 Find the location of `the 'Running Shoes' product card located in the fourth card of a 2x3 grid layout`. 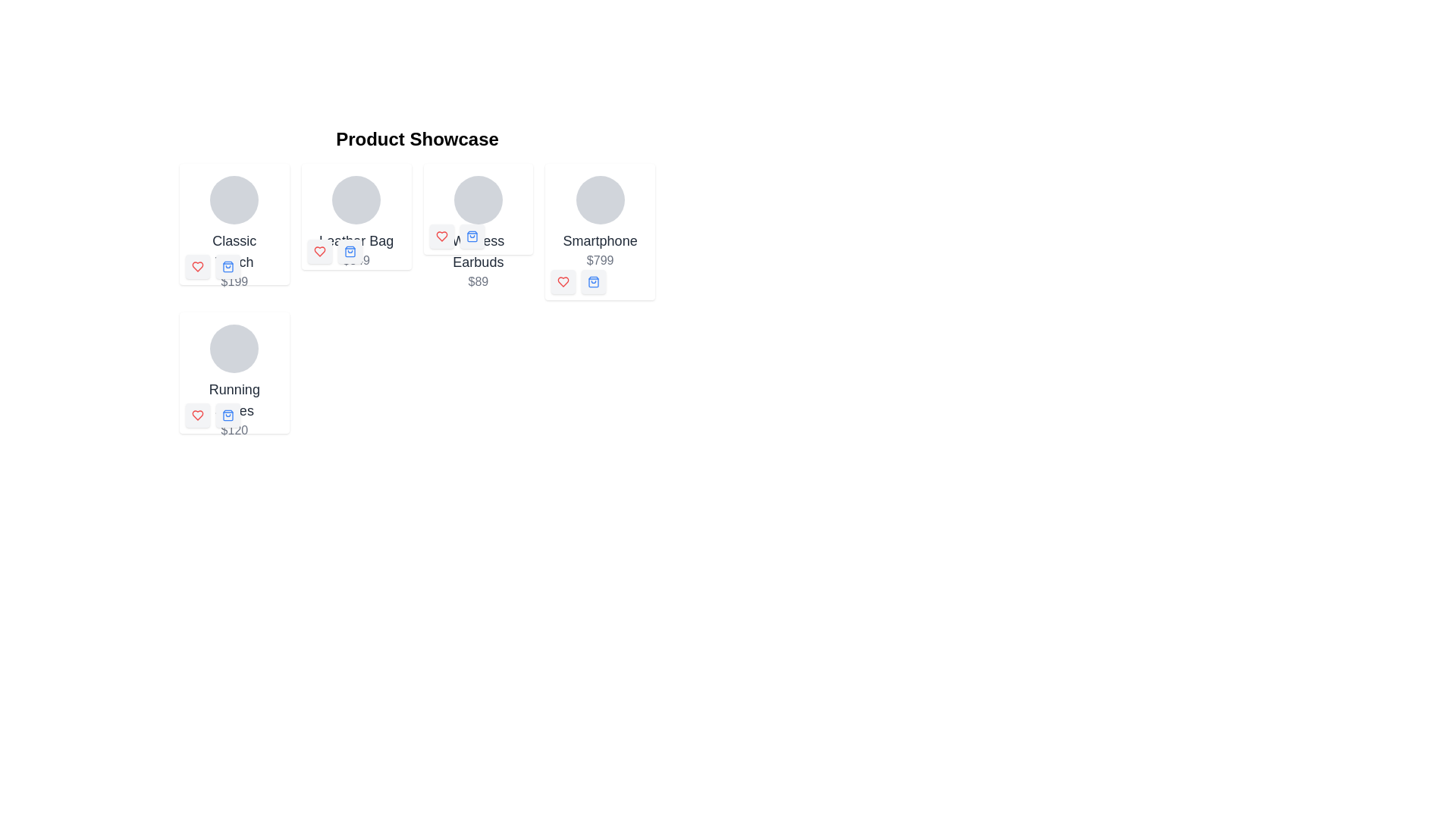

the 'Running Shoes' product card located in the fourth card of a 2x3 grid layout is located at coordinates (234, 381).